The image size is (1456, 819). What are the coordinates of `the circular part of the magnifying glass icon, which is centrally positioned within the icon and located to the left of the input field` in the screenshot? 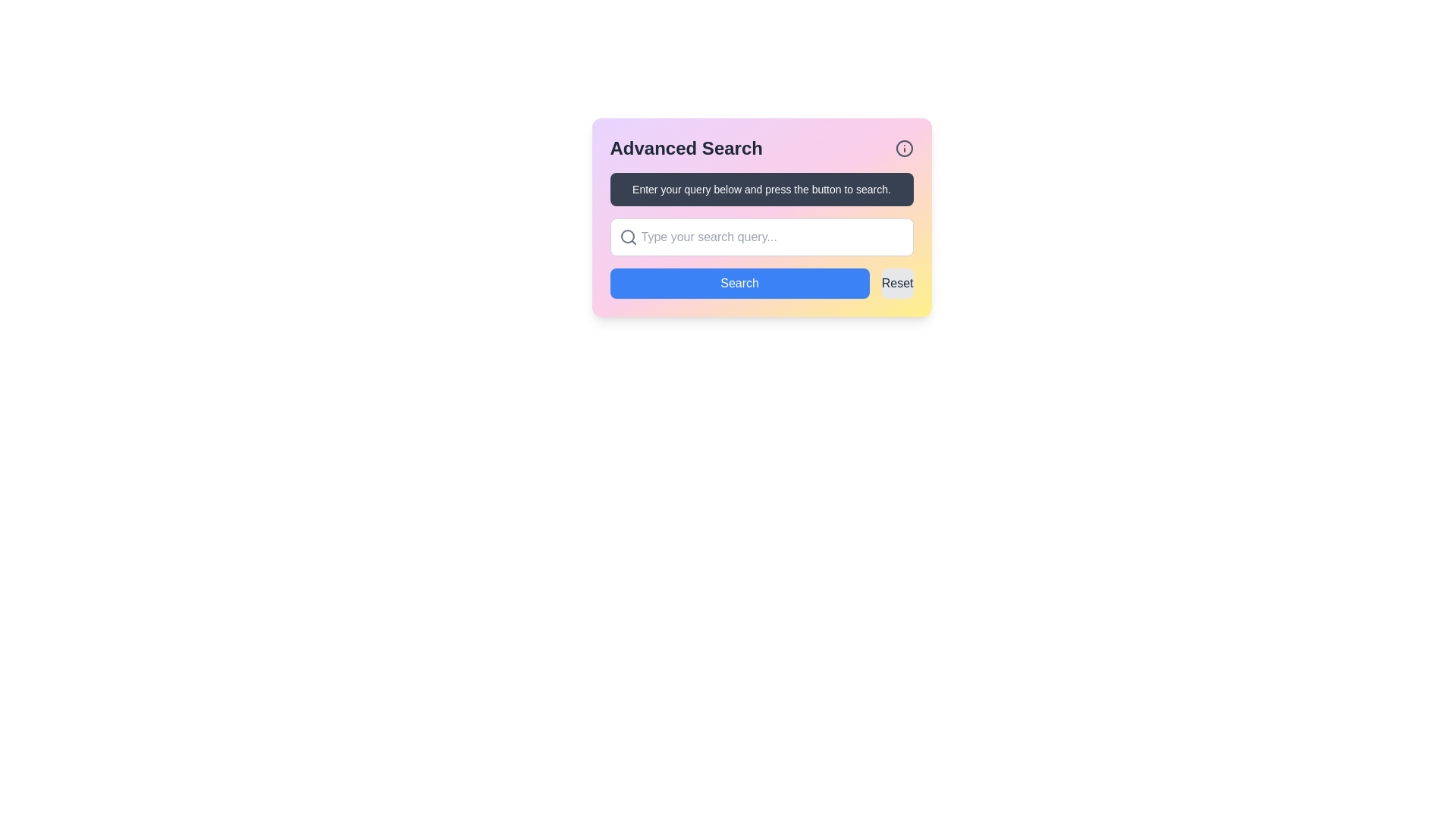 It's located at (627, 237).